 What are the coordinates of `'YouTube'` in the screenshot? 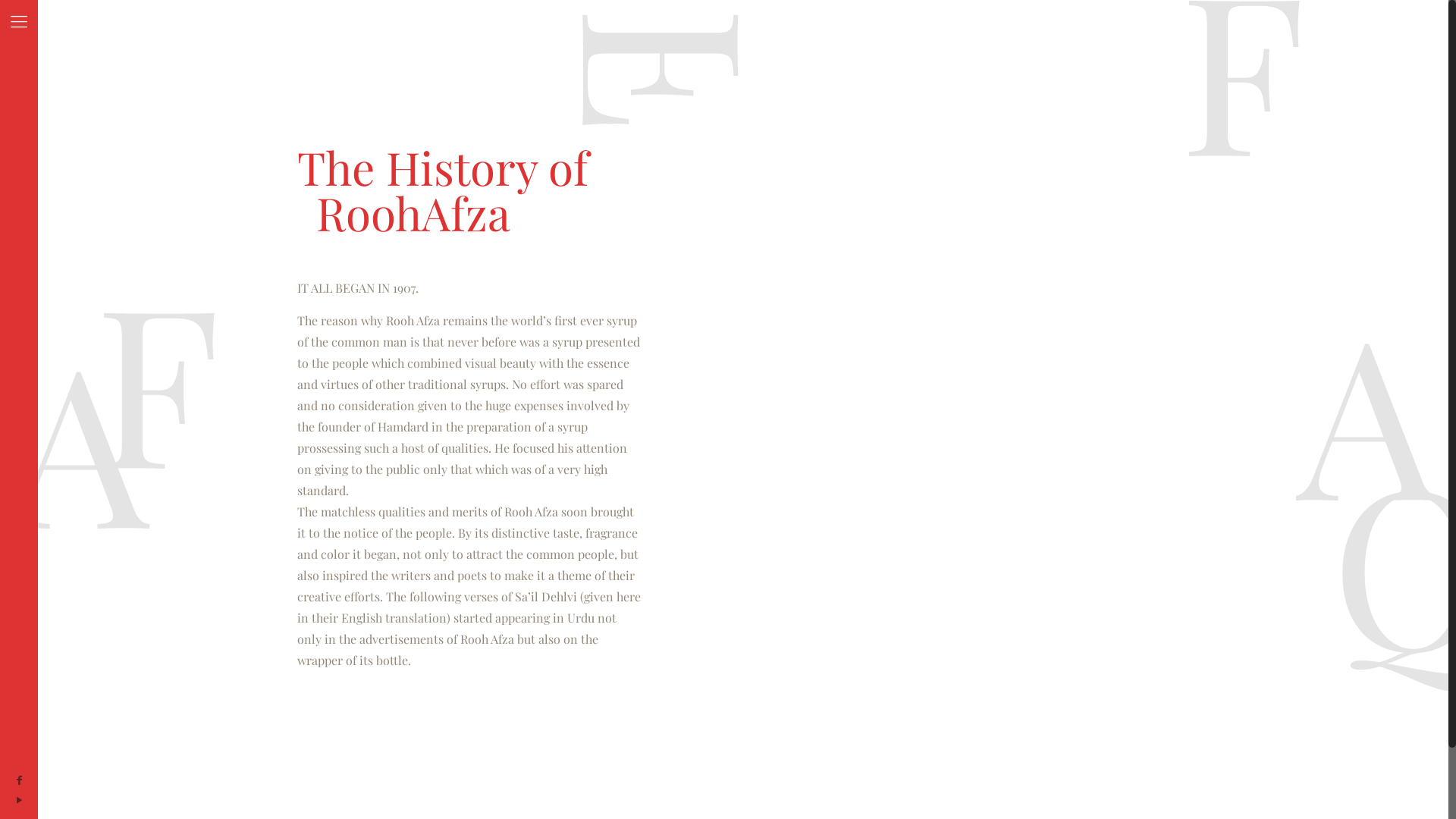 It's located at (18, 799).